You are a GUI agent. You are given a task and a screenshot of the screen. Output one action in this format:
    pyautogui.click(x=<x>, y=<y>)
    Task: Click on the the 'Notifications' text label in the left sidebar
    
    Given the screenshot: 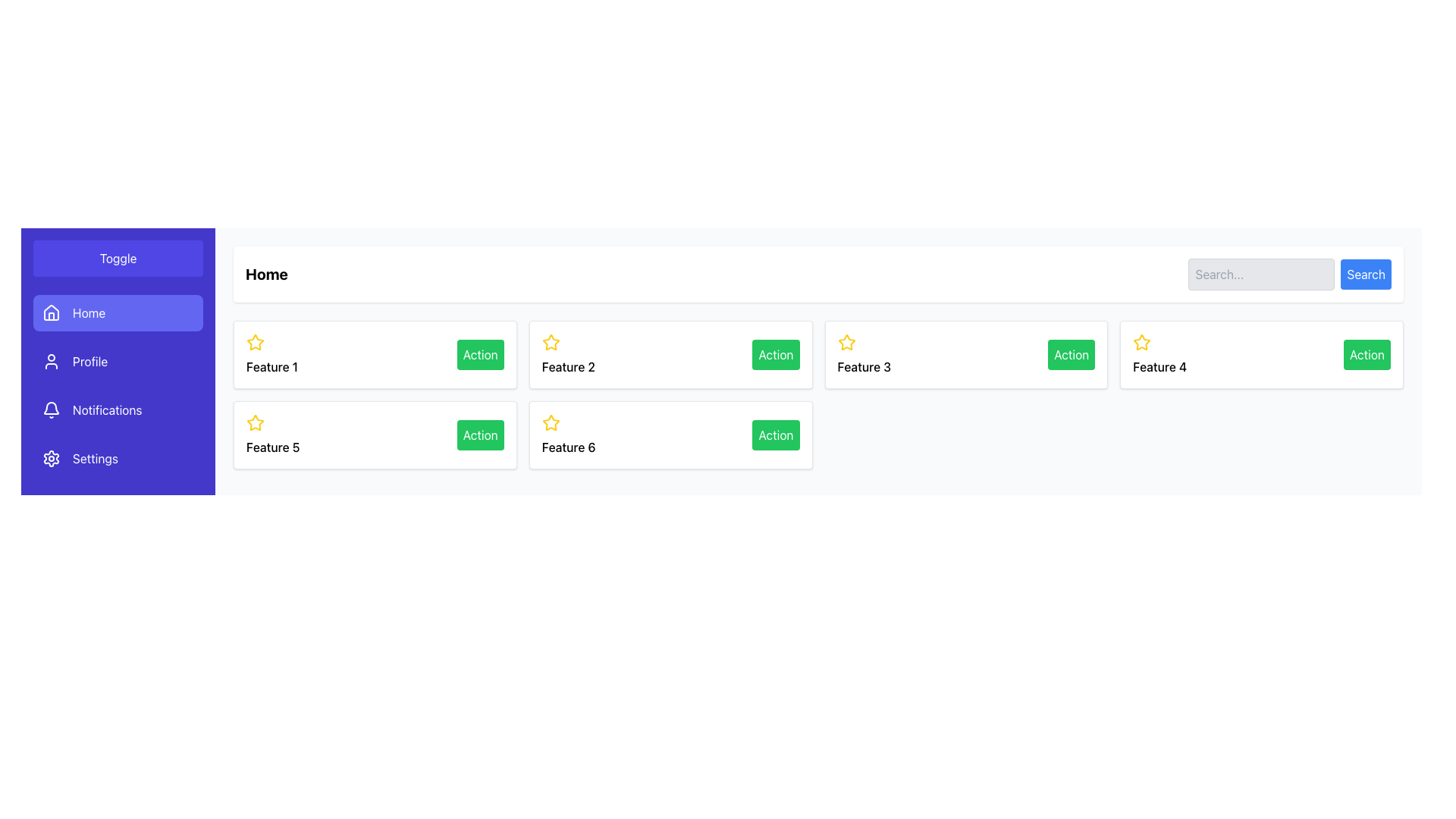 What is the action you would take?
    pyautogui.click(x=106, y=409)
    